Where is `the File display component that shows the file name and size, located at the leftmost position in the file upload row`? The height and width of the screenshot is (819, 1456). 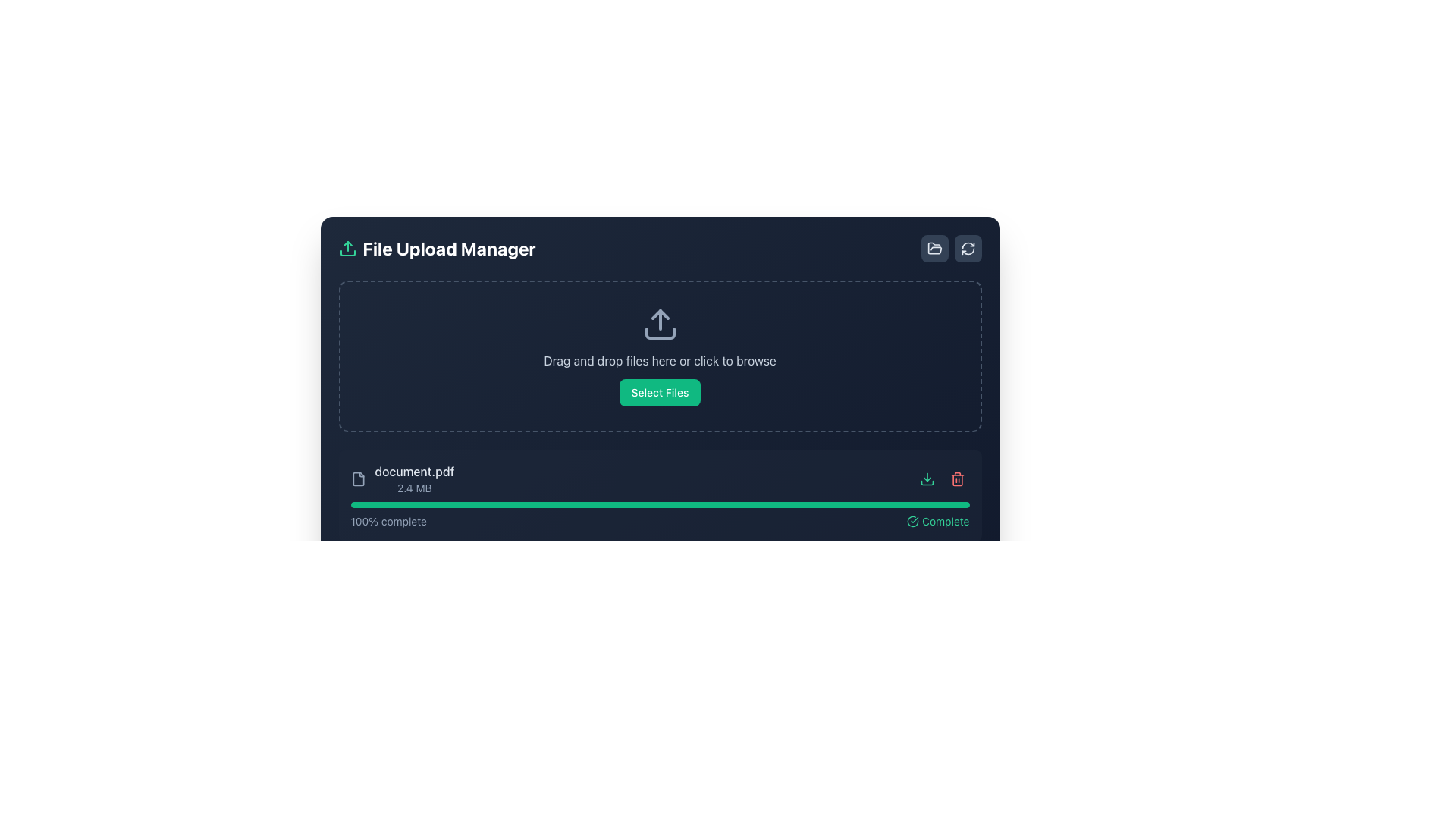 the File display component that shows the file name and size, located at the leftmost position in the file upload row is located at coordinates (402, 479).